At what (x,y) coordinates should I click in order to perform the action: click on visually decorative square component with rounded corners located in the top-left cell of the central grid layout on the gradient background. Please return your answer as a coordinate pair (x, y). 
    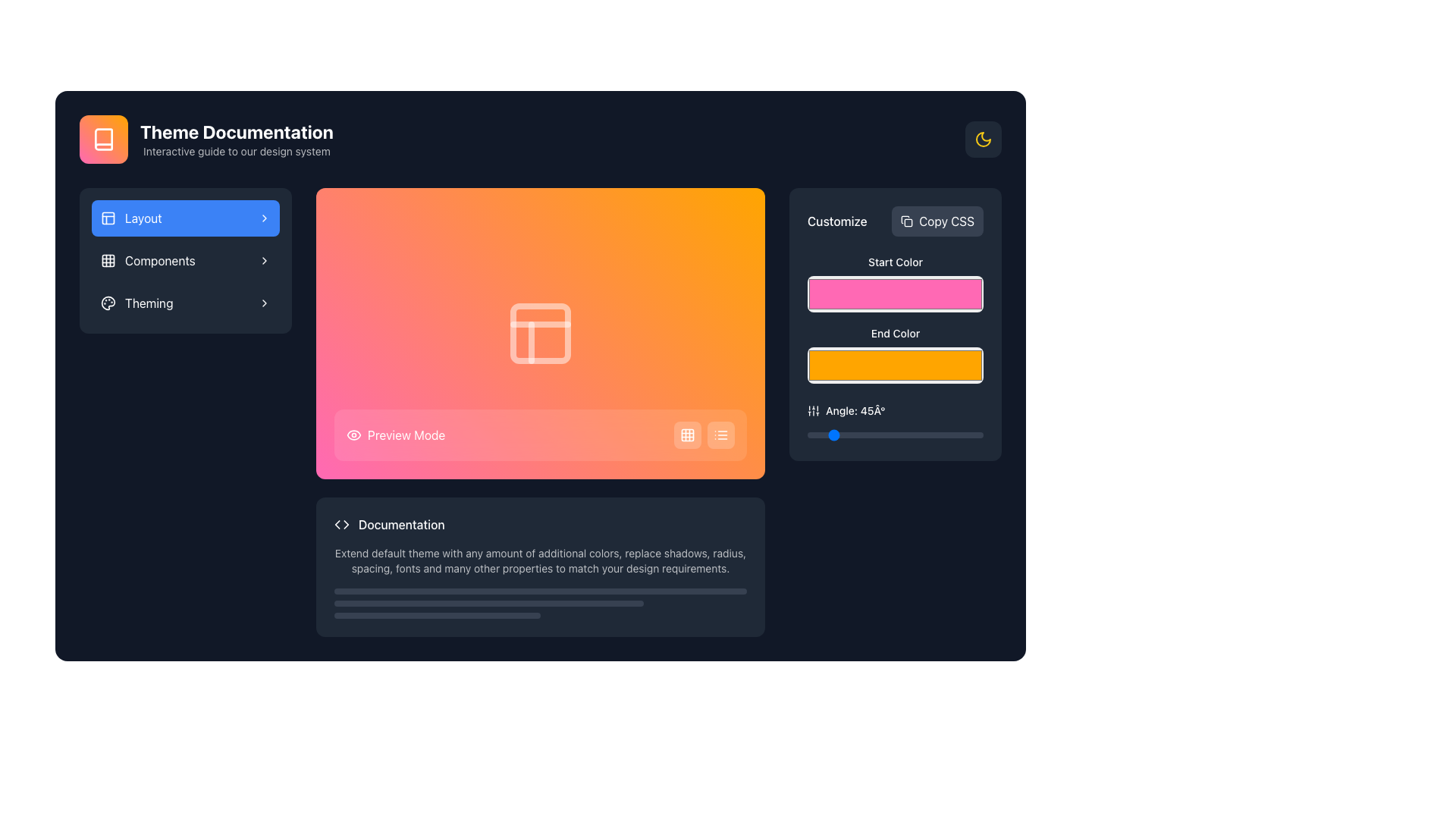
    Looking at the image, I should click on (541, 332).